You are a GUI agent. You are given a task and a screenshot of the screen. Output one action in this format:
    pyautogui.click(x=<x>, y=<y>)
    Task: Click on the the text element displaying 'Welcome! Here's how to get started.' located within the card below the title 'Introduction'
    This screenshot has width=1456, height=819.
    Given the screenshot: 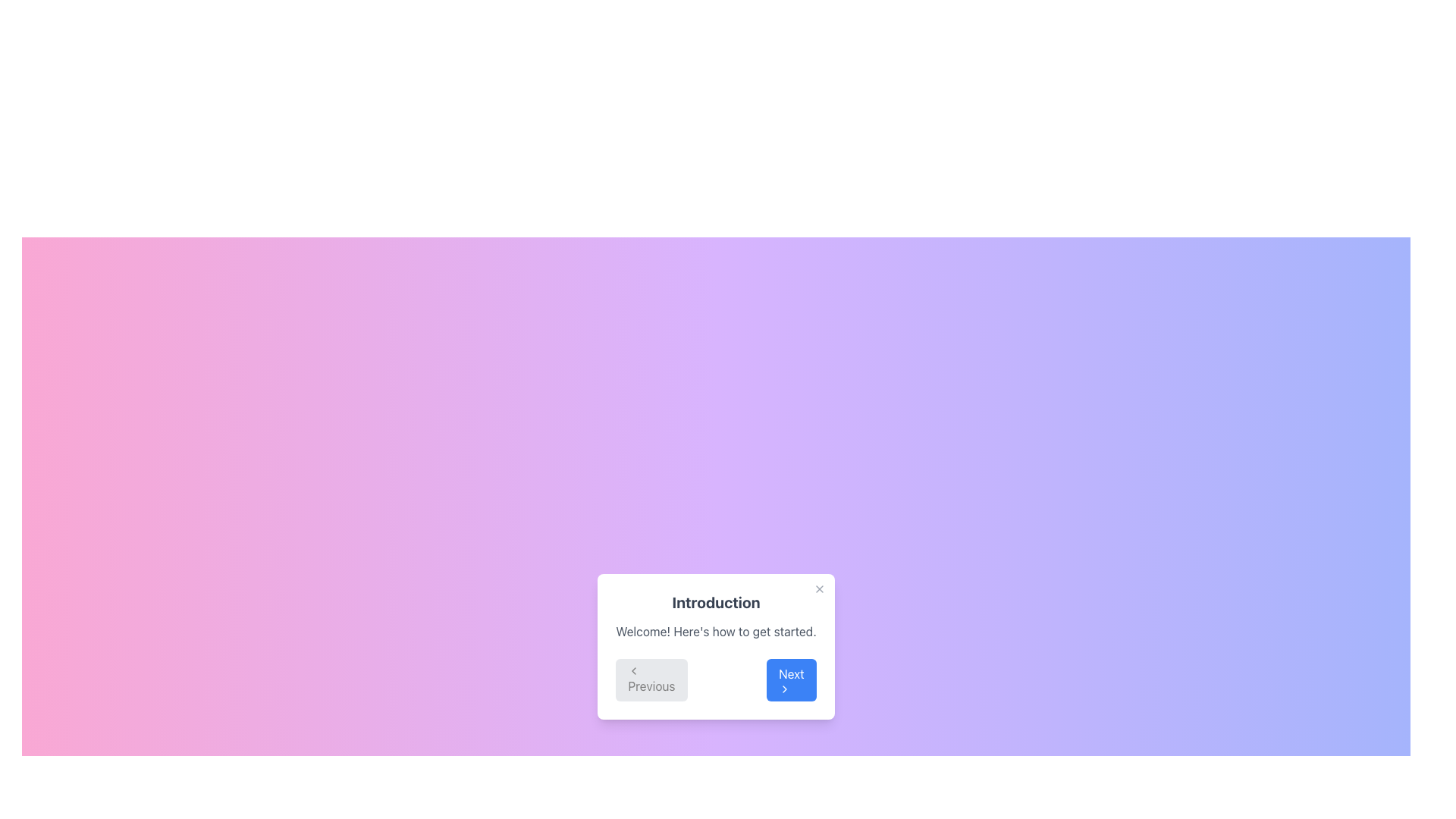 What is the action you would take?
    pyautogui.click(x=715, y=632)
    